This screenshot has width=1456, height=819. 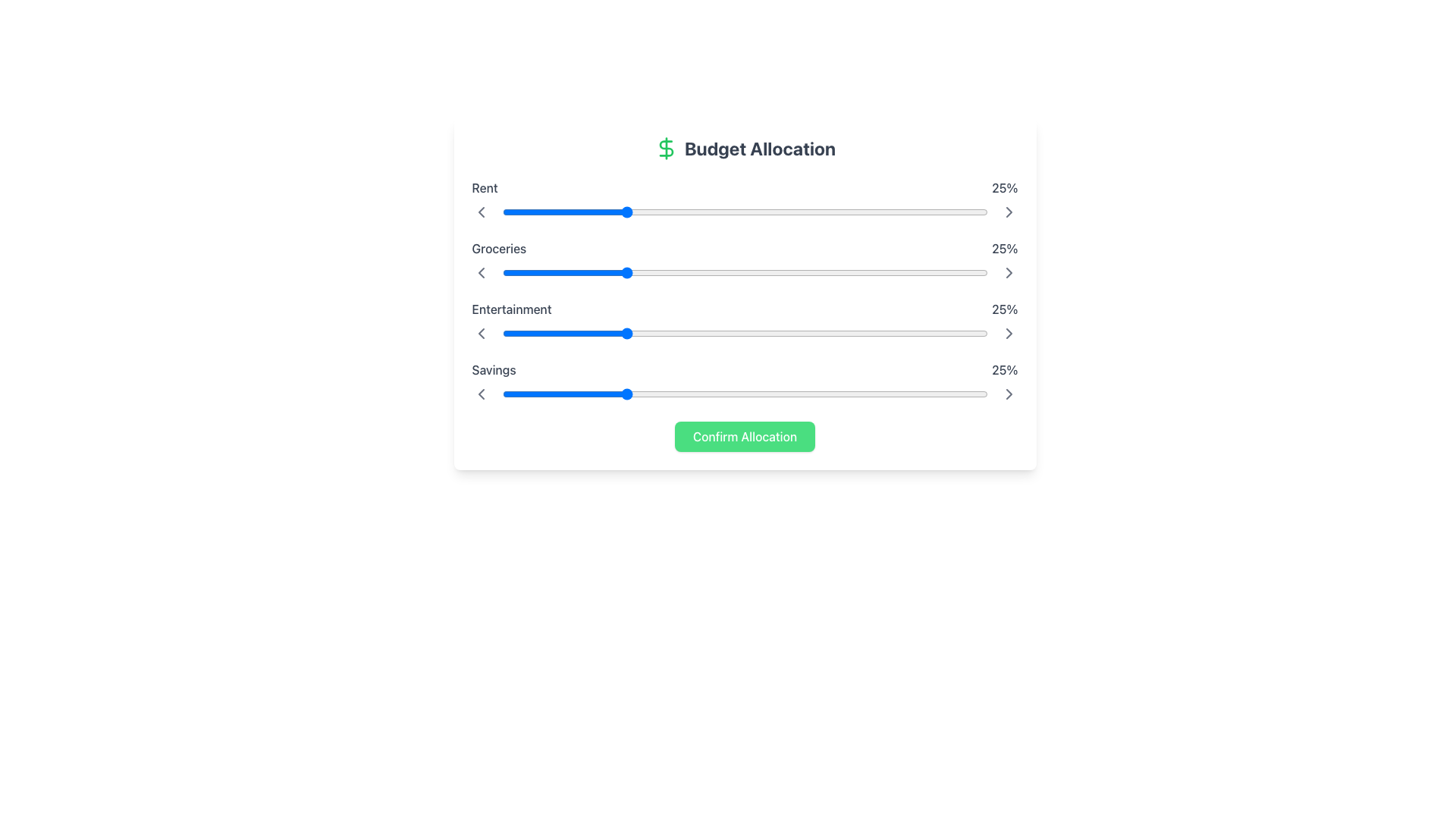 What do you see at coordinates (1005, 309) in the screenshot?
I see `displayed percentage value '25%' from the static text label located in the 'Entertainment' row of the budget allocation interface, which is aligned to the right-end of the row` at bounding box center [1005, 309].